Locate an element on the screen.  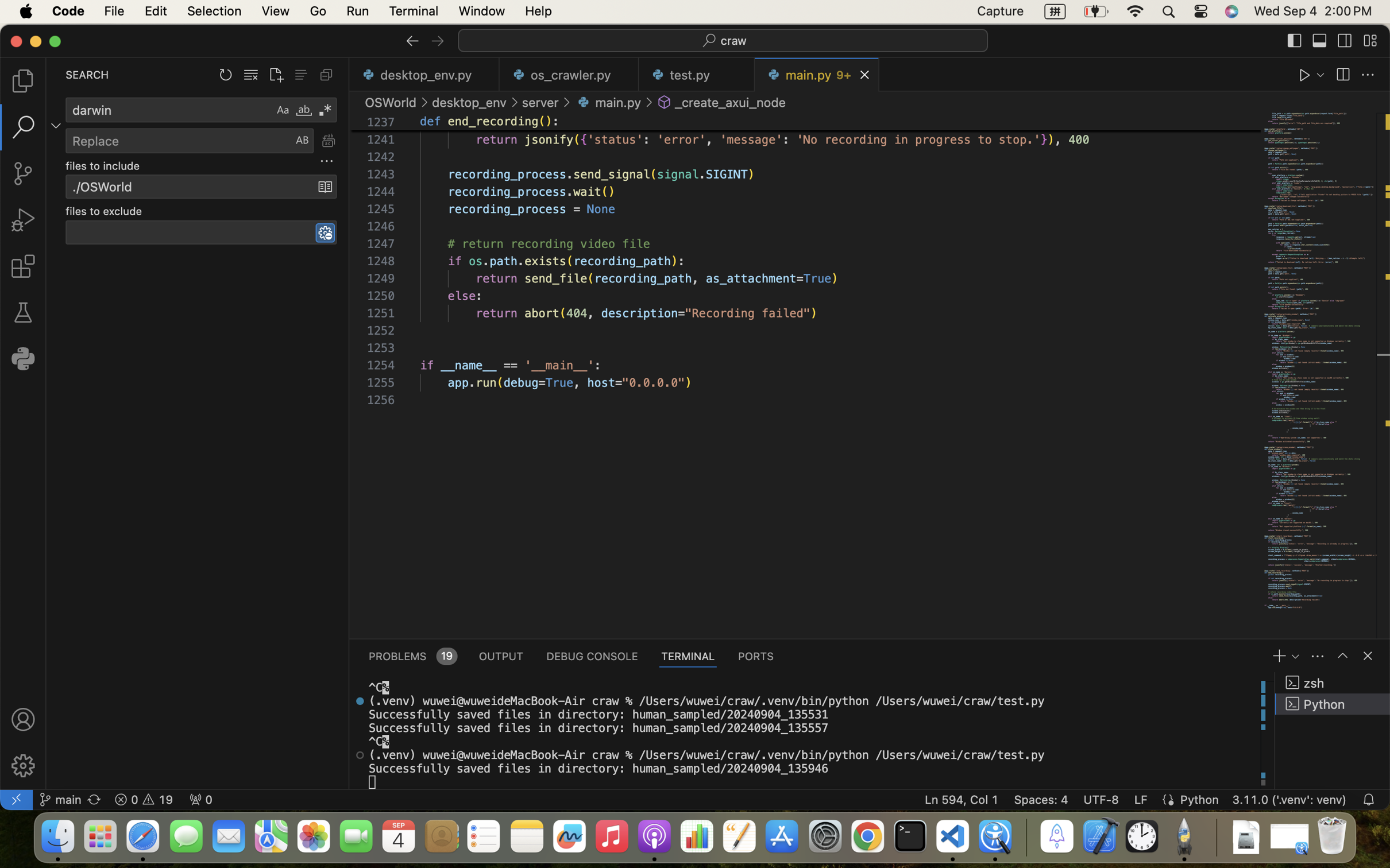
'' is located at coordinates (56, 125).